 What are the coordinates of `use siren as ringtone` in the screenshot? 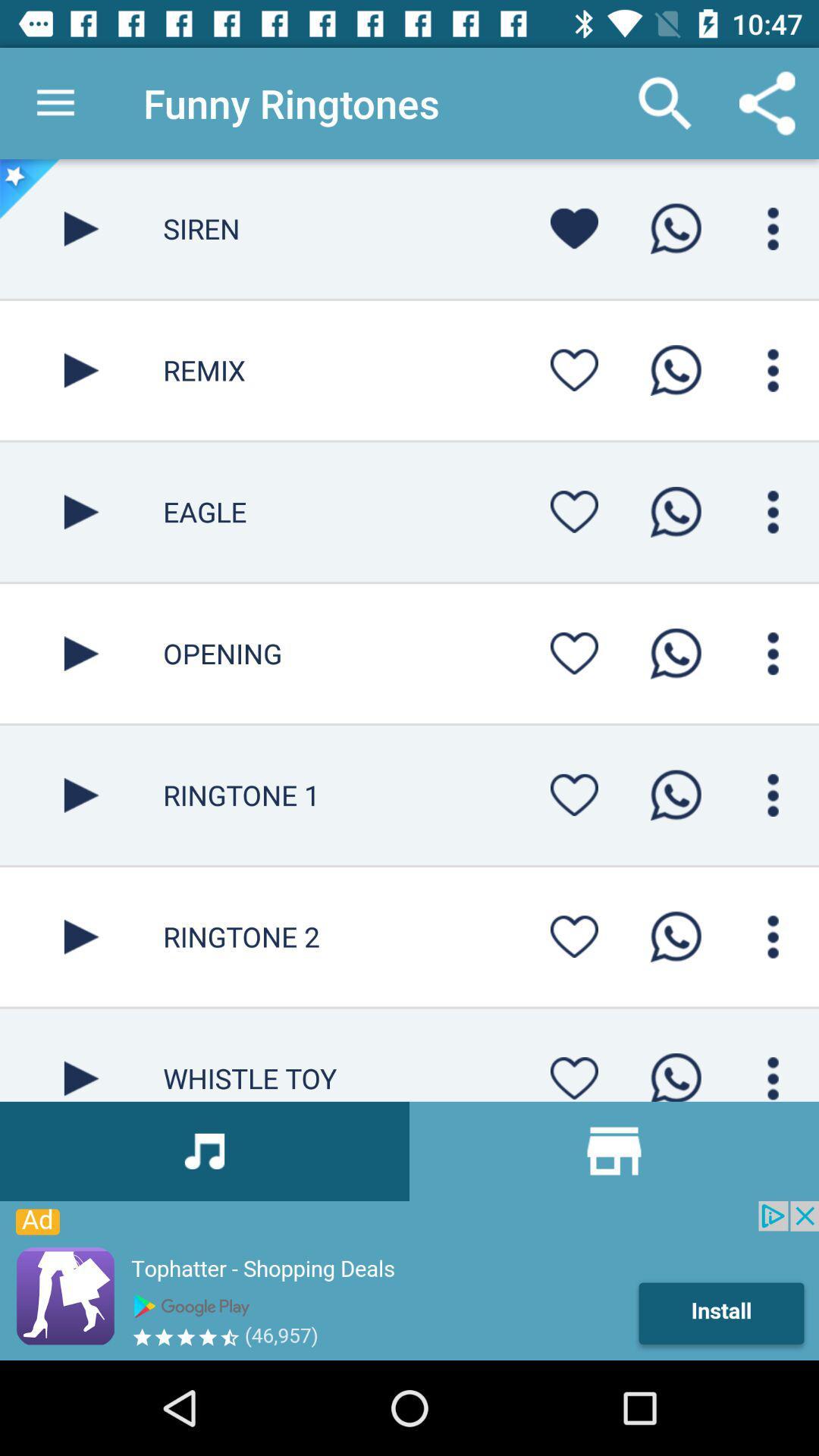 It's located at (675, 227).